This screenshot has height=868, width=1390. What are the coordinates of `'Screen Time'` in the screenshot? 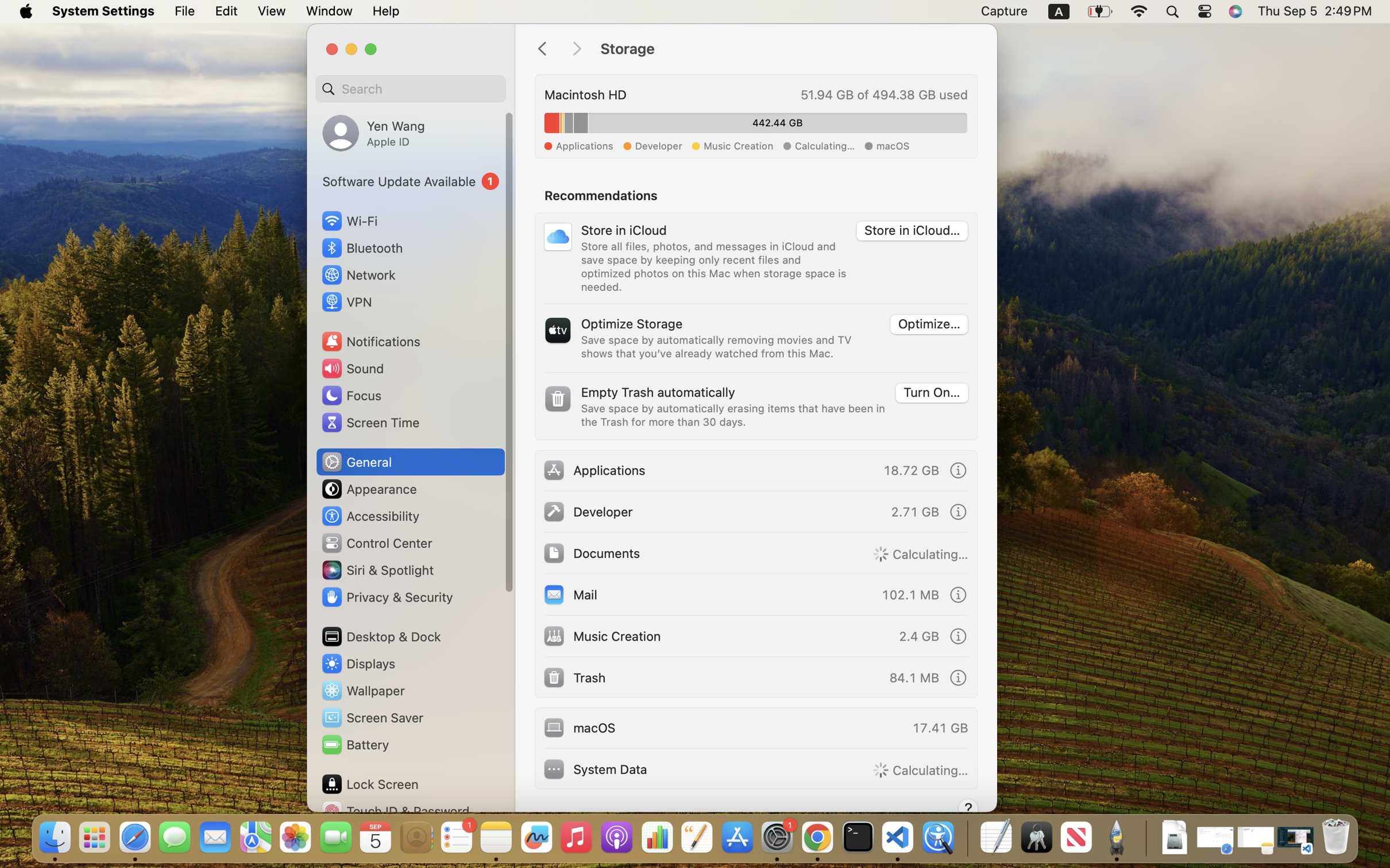 It's located at (370, 422).